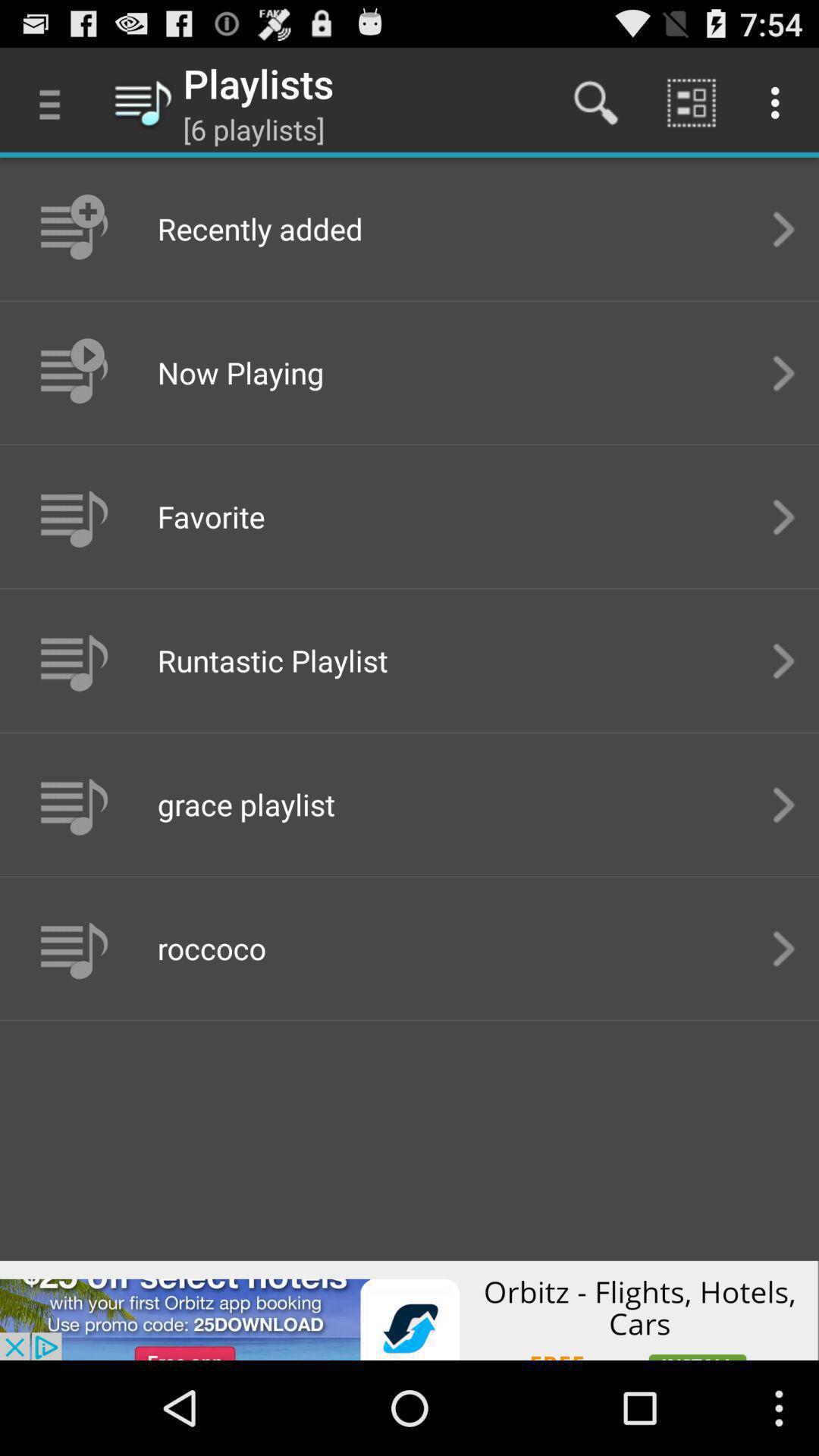 Image resolution: width=819 pixels, height=1456 pixels. I want to click on the arrow_forward icon, so click(753, 245).